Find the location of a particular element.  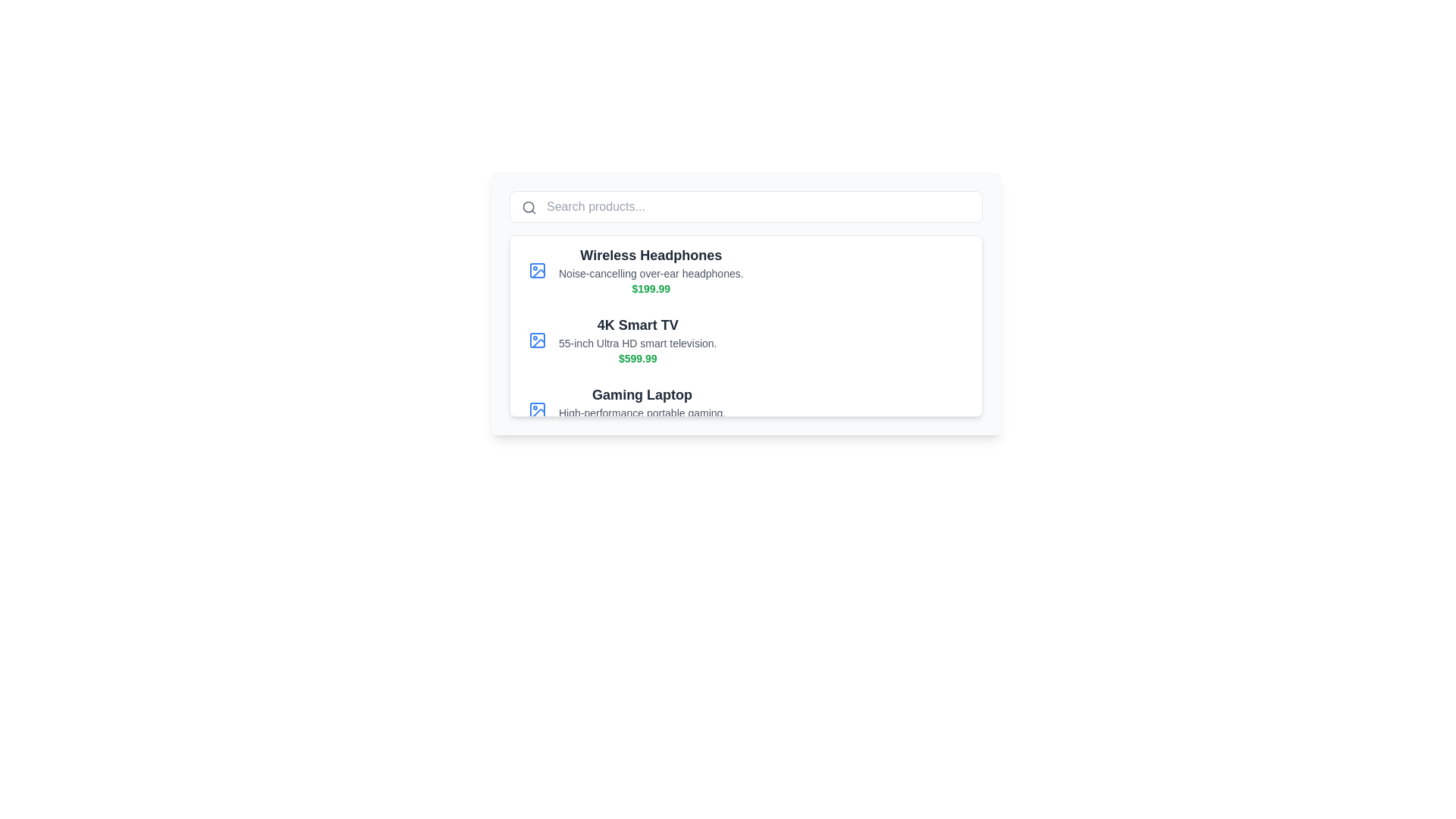

the first blue square icon with rounded edges that represents a product, located to the left of the 'Gaming Laptop' text is located at coordinates (538, 409).